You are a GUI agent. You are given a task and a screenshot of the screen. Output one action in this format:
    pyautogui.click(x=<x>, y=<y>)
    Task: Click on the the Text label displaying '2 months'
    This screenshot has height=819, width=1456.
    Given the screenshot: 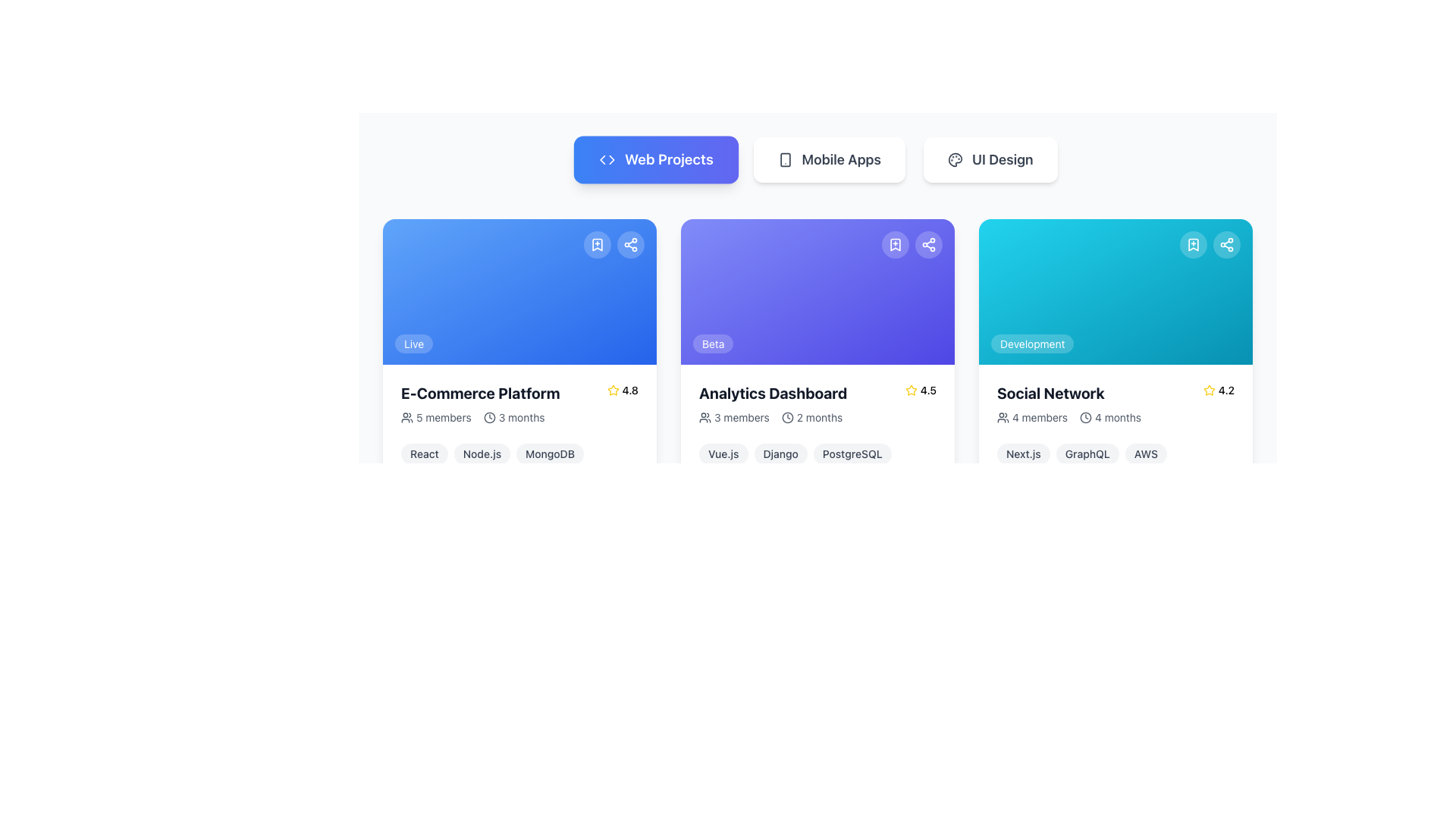 What is the action you would take?
    pyautogui.click(x=819, y=418)
    